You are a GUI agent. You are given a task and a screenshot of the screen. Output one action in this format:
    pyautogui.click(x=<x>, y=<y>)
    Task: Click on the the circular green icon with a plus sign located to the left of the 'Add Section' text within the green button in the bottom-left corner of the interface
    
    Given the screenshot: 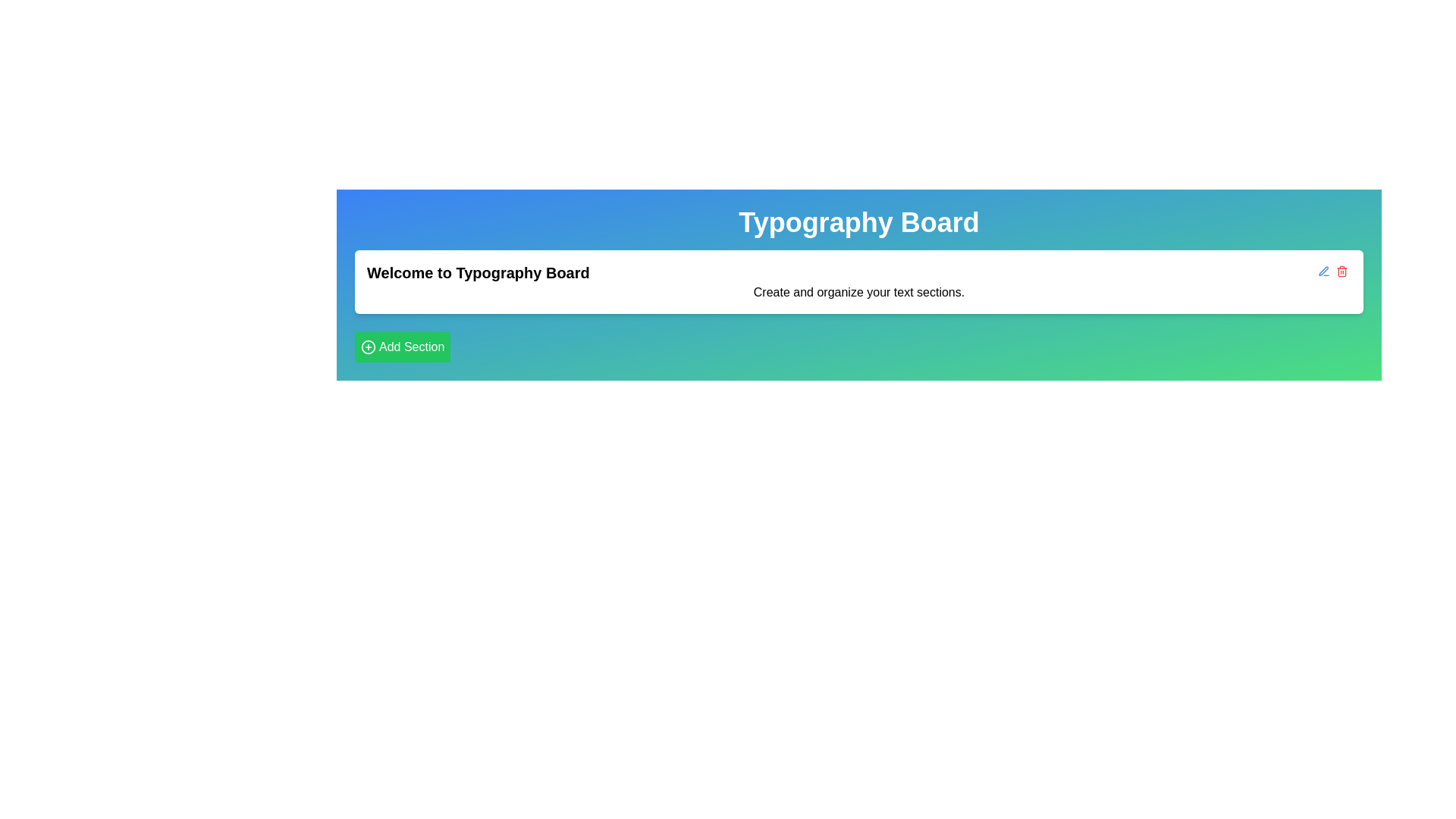 What is the action you would take?
    pyautogui.click(x=368, y=347)
    